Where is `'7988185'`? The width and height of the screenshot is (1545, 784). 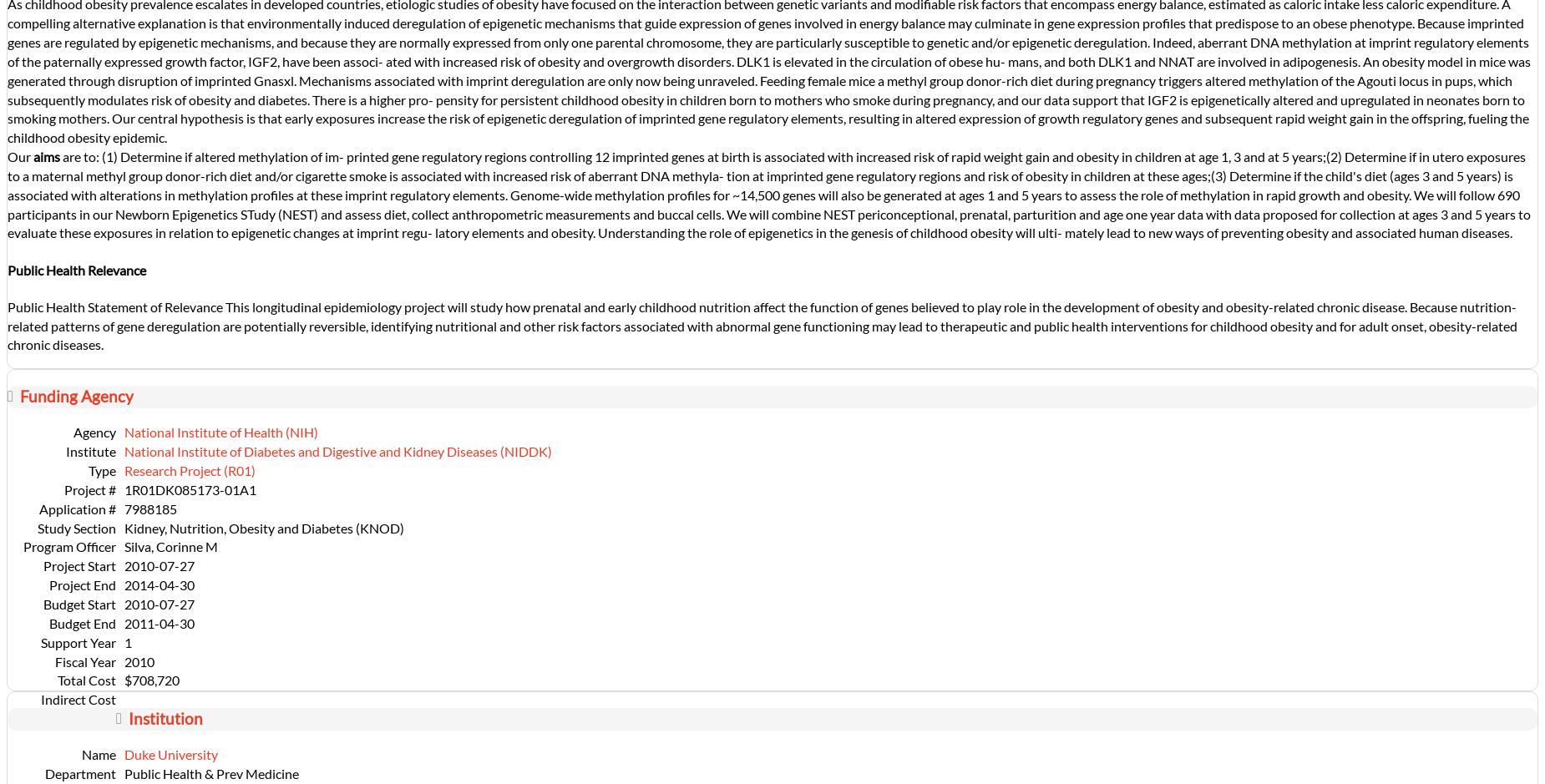
'7988185' is located at coordinates (123, 508).